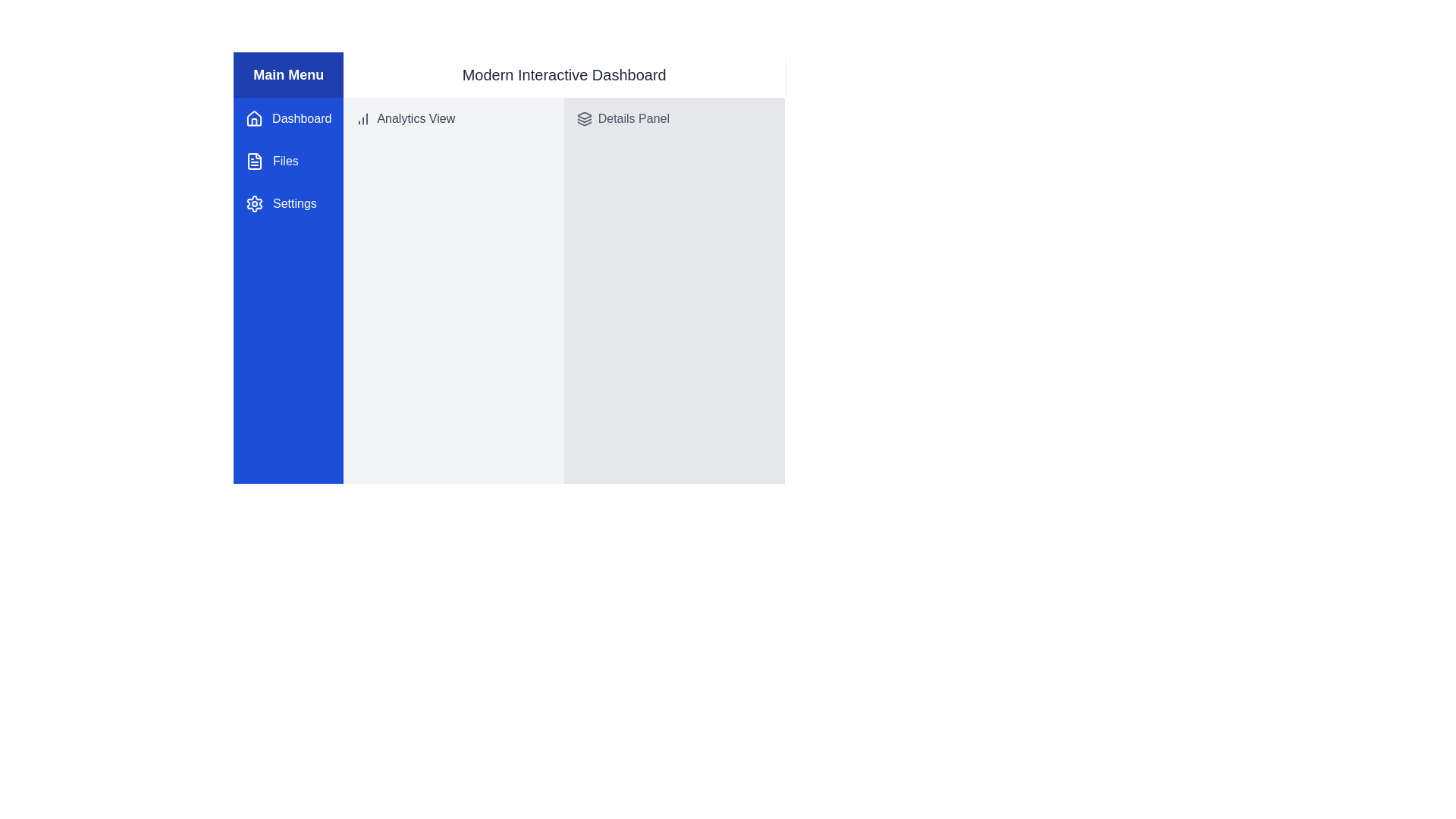 The height and width of the screenshot is (819, 1456). Describe the element at coordinates (288, 161) in the screenshot. I see `the 'Files' navigational menu button, which is located` at that location.